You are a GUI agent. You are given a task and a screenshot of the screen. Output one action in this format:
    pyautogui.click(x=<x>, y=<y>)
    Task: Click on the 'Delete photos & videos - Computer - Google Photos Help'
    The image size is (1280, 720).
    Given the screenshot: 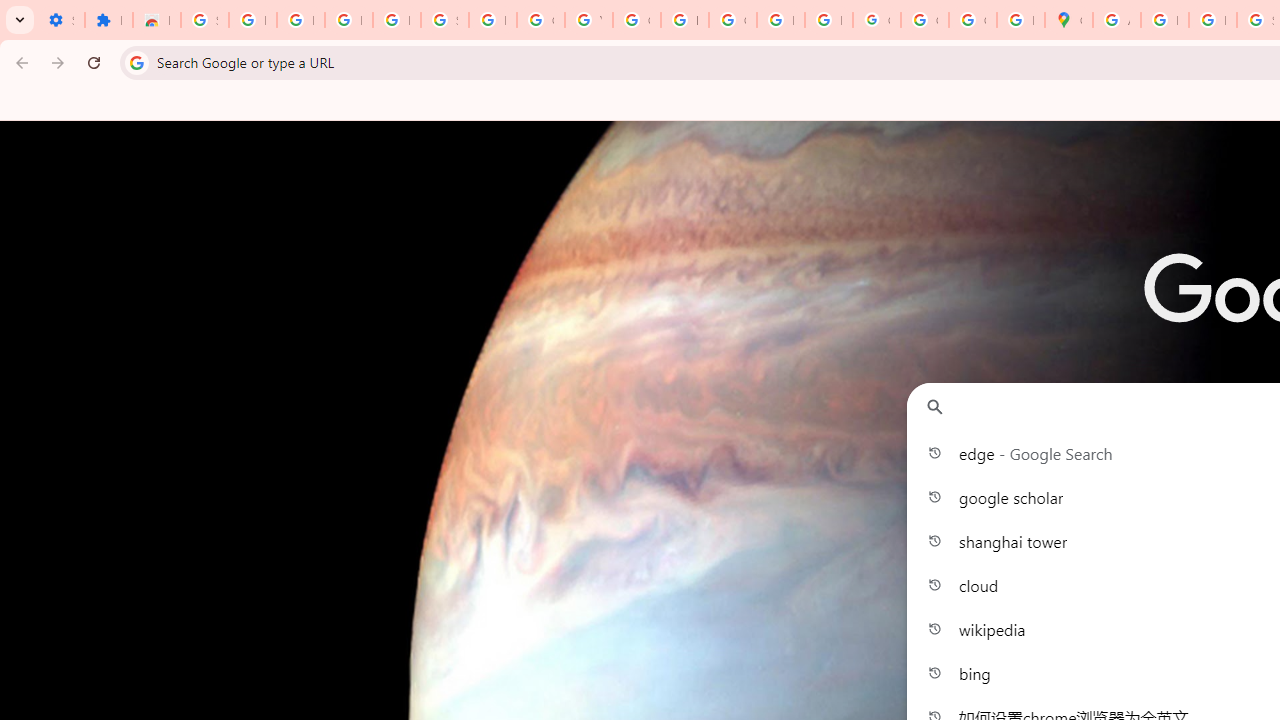 What is the action you would take?
    pyautogui.click(x=299, y=20)
    